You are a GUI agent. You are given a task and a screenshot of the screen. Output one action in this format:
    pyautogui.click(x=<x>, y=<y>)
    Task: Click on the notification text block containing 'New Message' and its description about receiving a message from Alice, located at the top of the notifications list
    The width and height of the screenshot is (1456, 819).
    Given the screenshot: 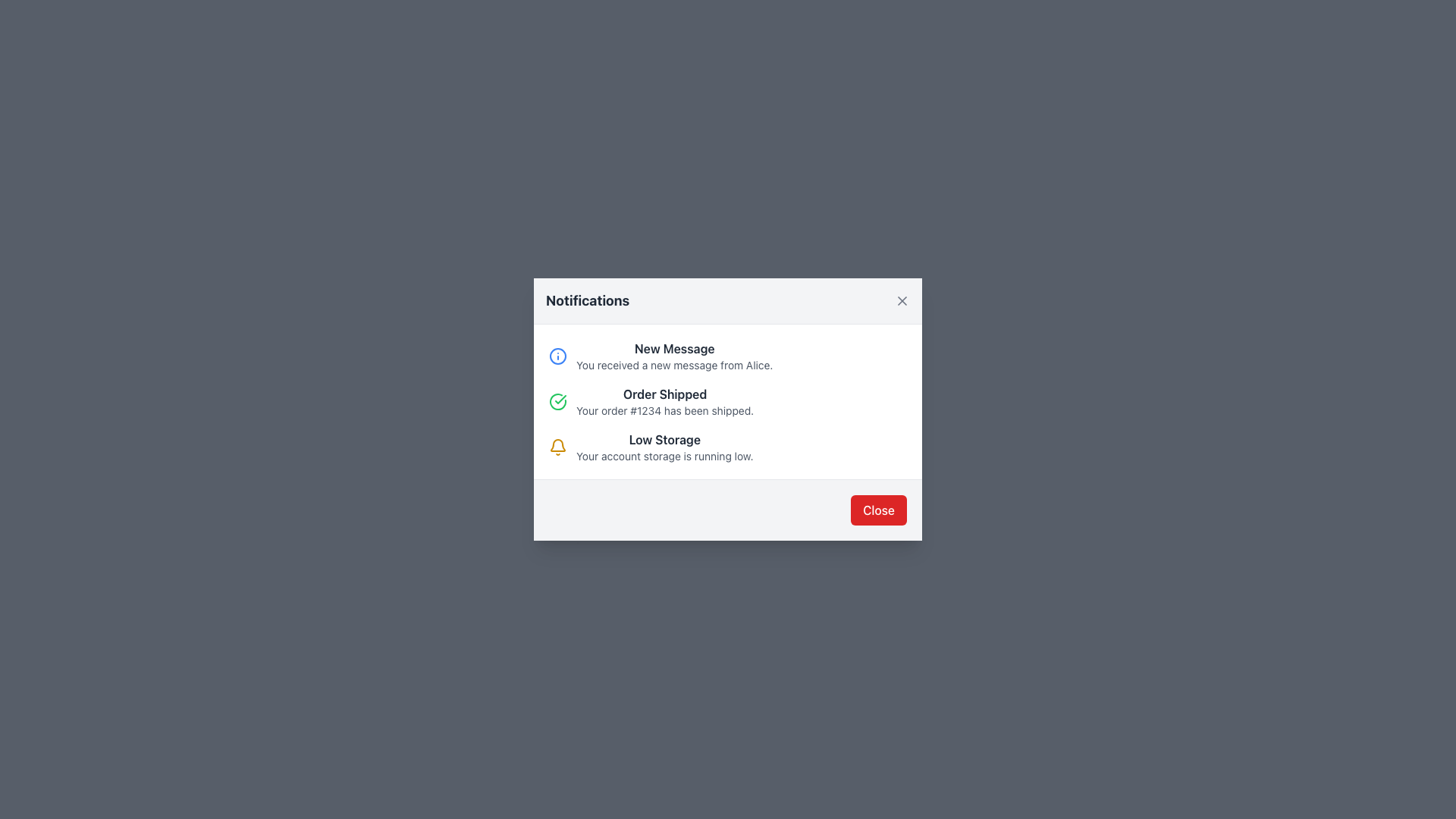 What is the action you would take?
    pyautogui.click(x=673, y=356)
    